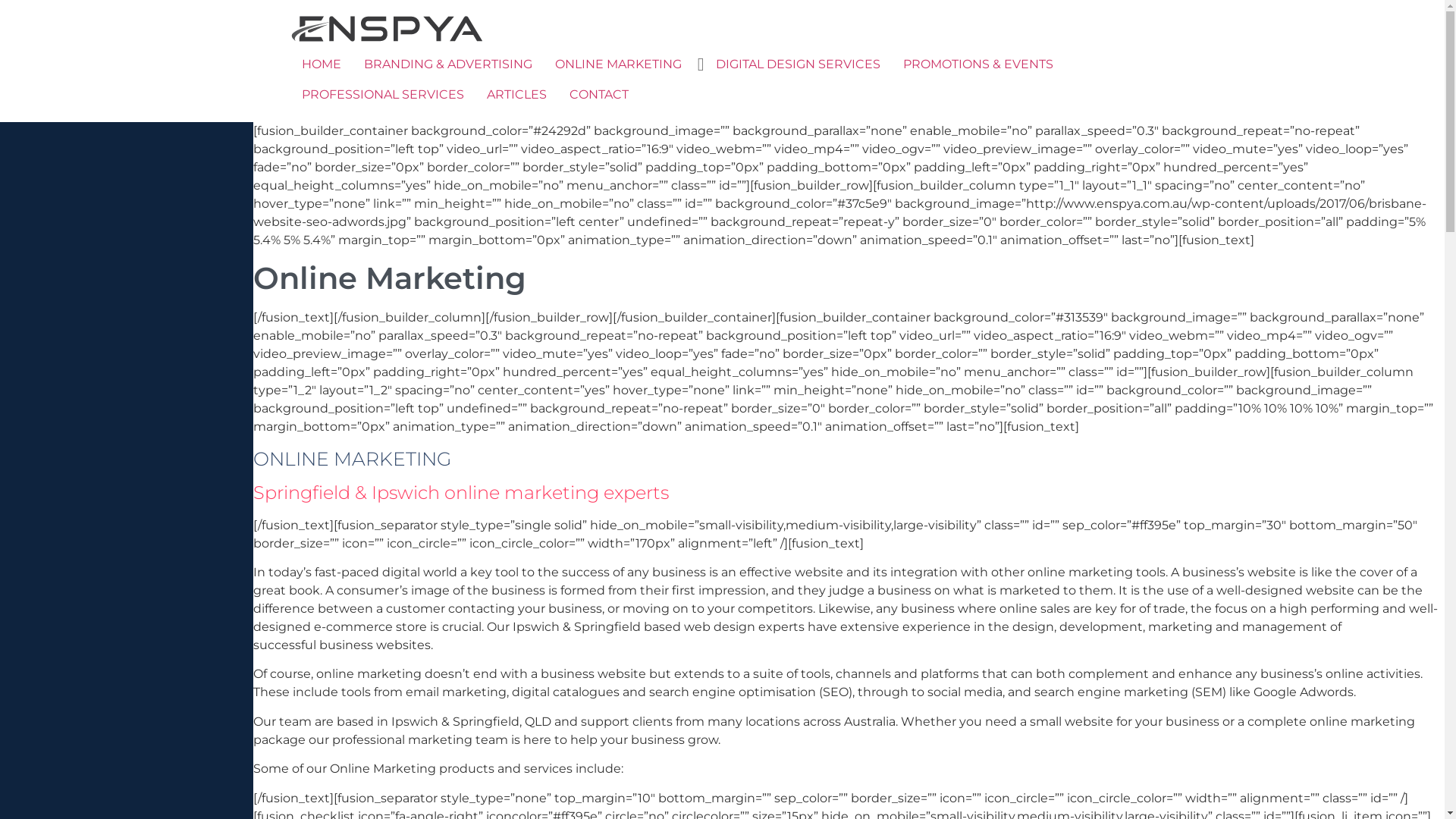 The width and height of the screenshot is (1456, 819). What do you see at coordinates (447, 63) in the screenshot?
I see `'BRANDING & ADVERTISING'` at bounding box center [447, 63].